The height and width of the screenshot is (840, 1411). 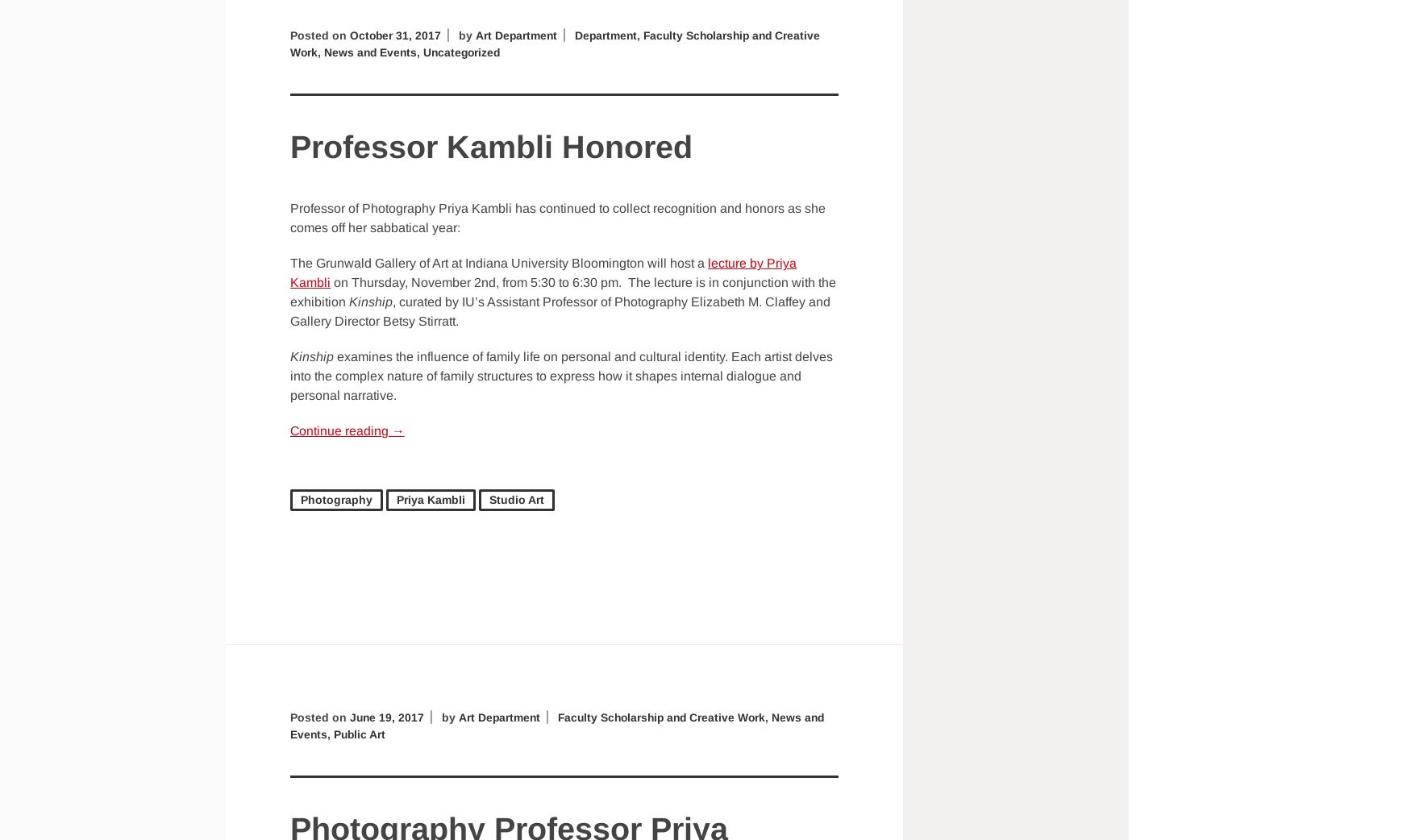 I want to click on 'Priya Kambli', so click(x=430, y=499).